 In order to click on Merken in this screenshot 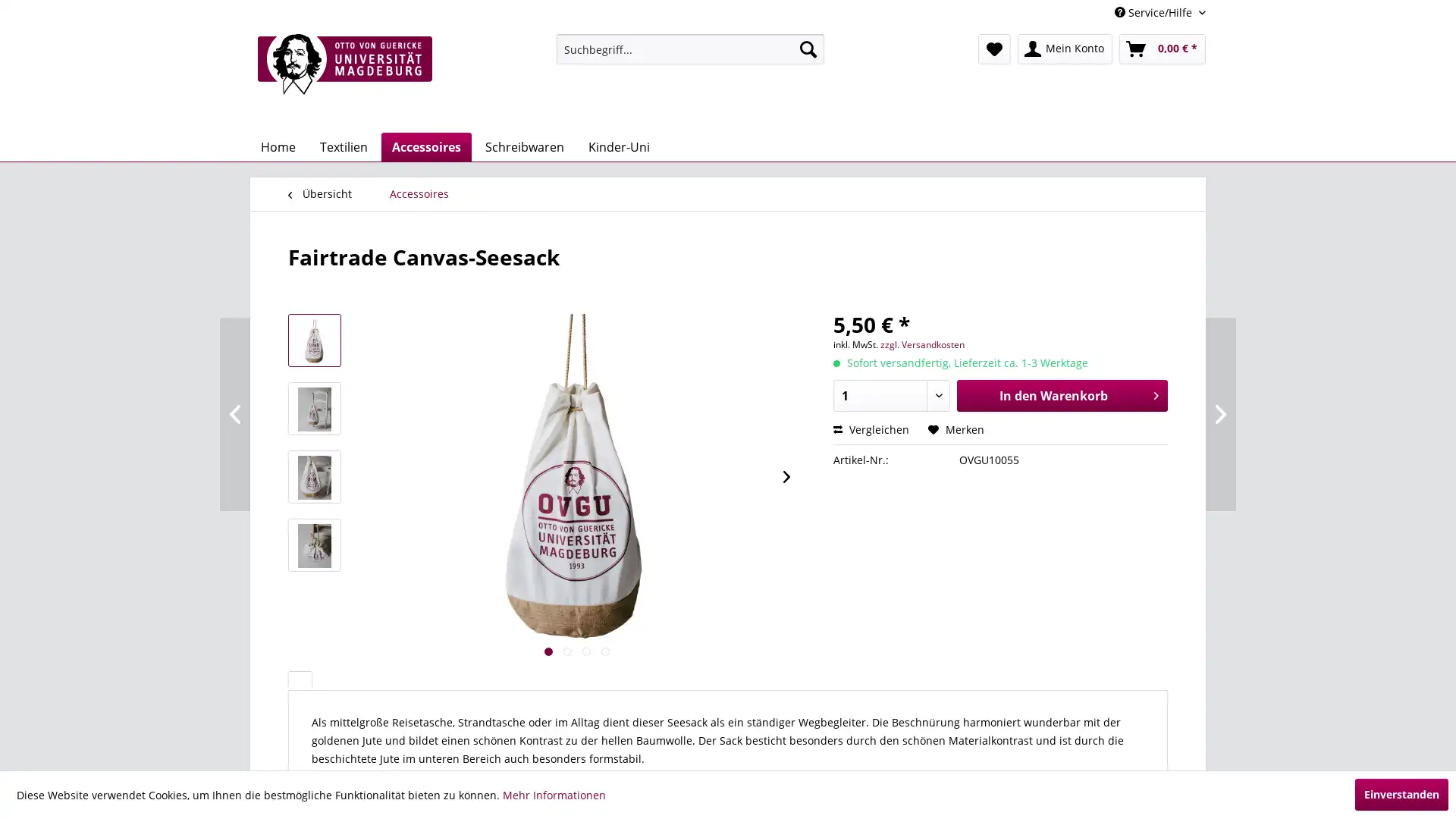, I will do `click(955, 429)`.